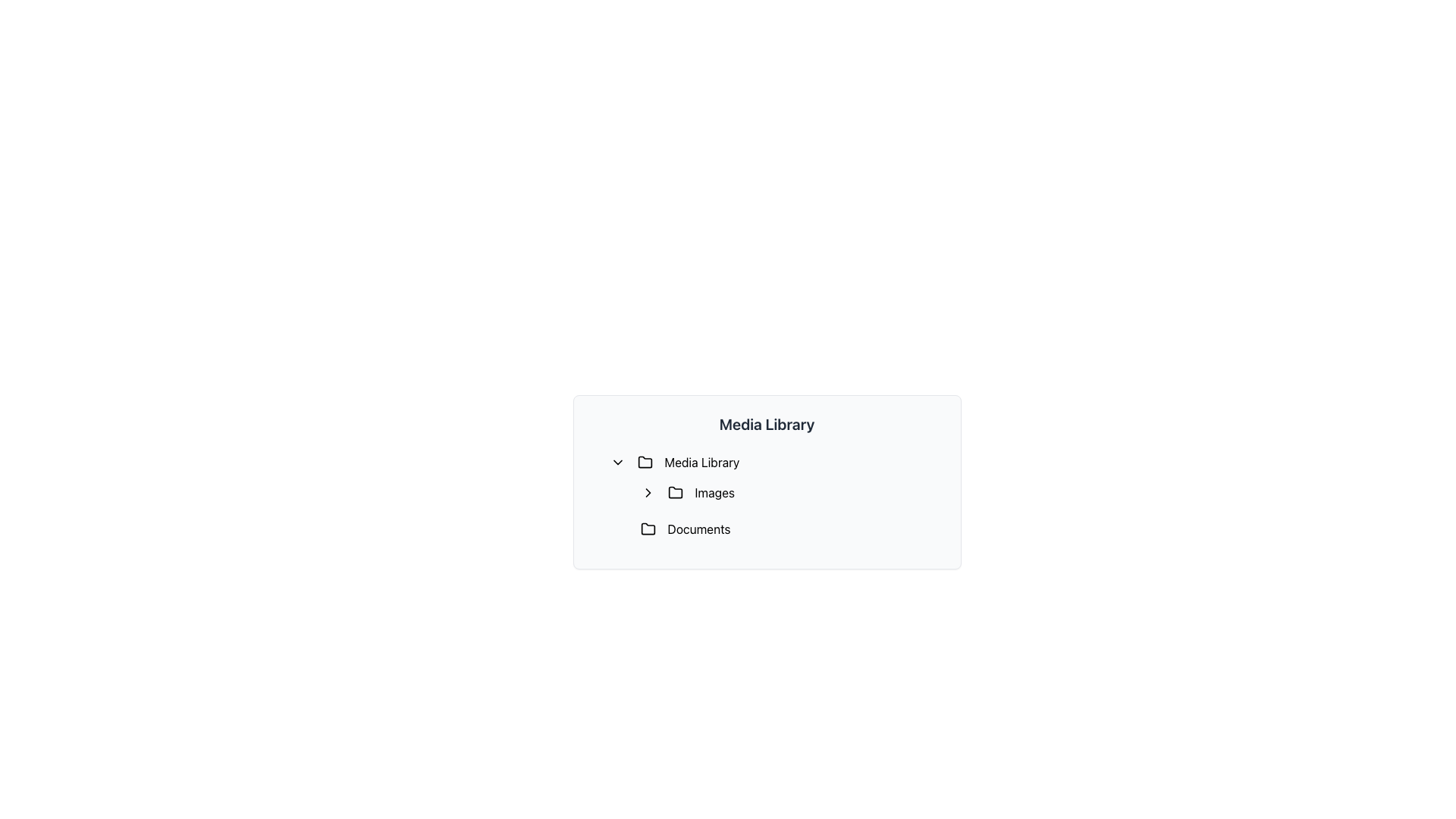 The width and height of the screenshot is (1456, 819). Describe the element at coordinates (648, 493) in the screenshot. I see `the chevron icon located to the left of the text 'Images' in the 'Media Library' submenu` at that location.